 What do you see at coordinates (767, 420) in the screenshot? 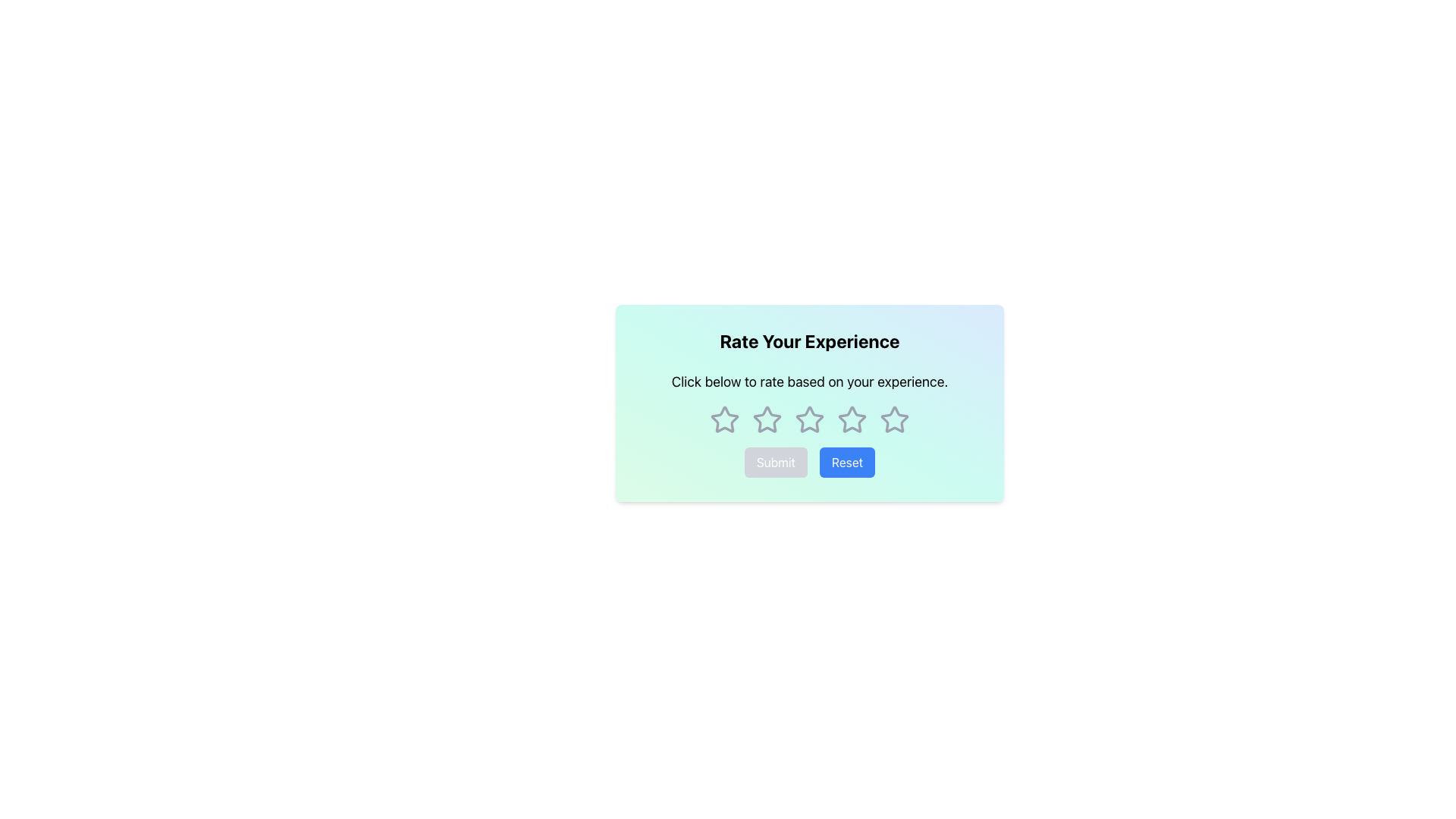
I see `the third star icon in the 5-star rating component to rate the experience` at bounding box center [767, 420].